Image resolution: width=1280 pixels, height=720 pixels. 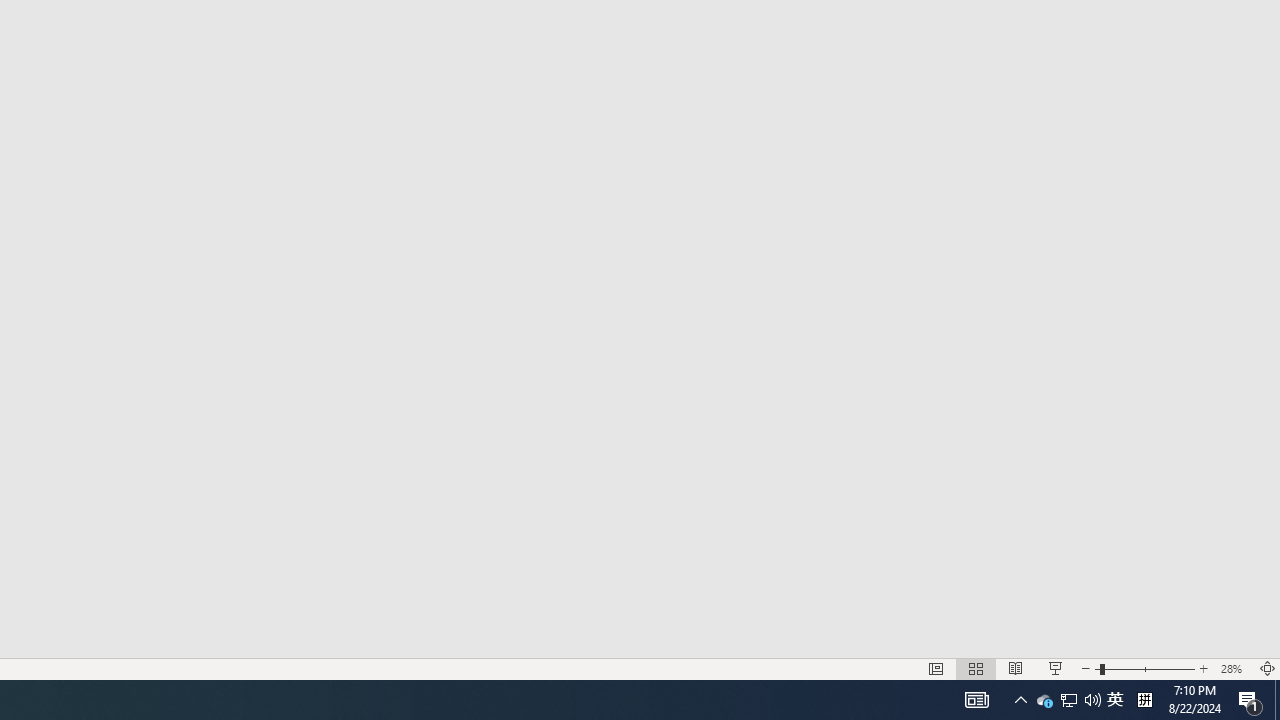 What do you see at coordinates (1233, 669) in the screenshot?
I see `'Zoom 28%'` at bounding box center [1233, 669].